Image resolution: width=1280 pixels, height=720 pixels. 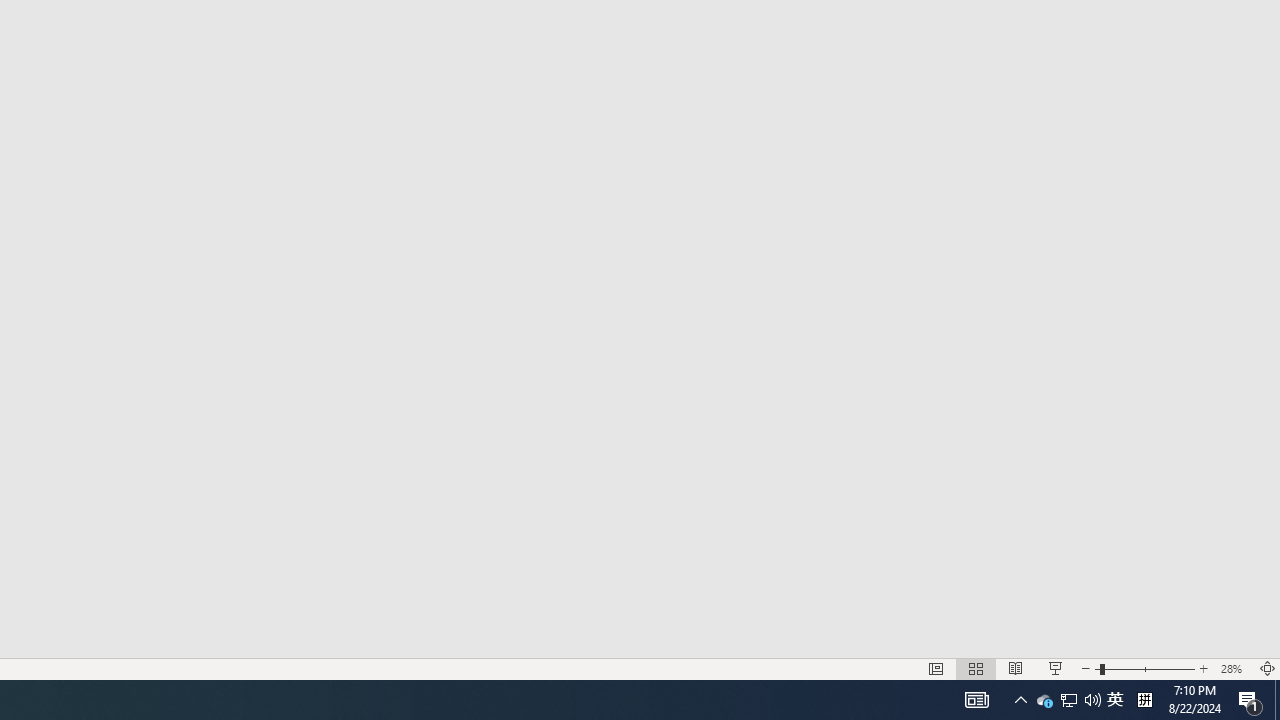 What do you see at coordinates (1233, 669) in the screenshot?
I see `'Zoom 28%'` at bounding box center [1233, 669].